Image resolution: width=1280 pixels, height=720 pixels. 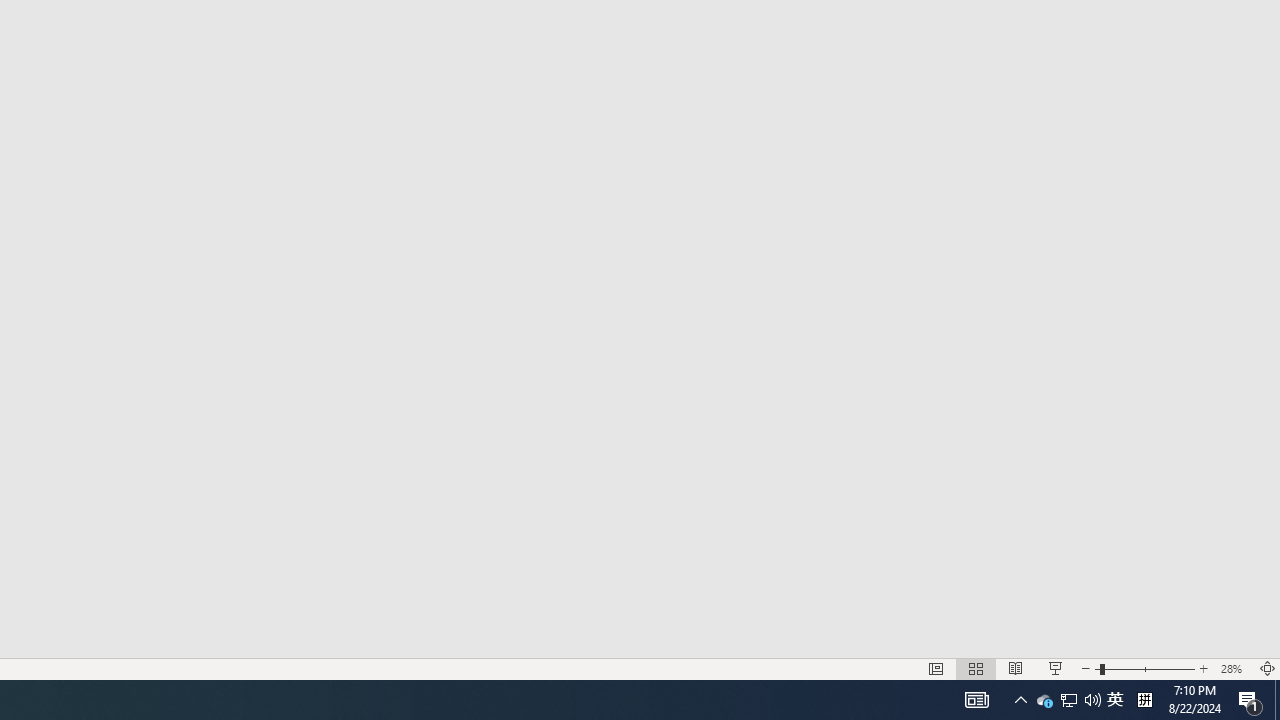 What do you see at coordinates (1233, 669) in the screenshot?
I see `'Zoom 28%'` at bounding box center [1233, 669].